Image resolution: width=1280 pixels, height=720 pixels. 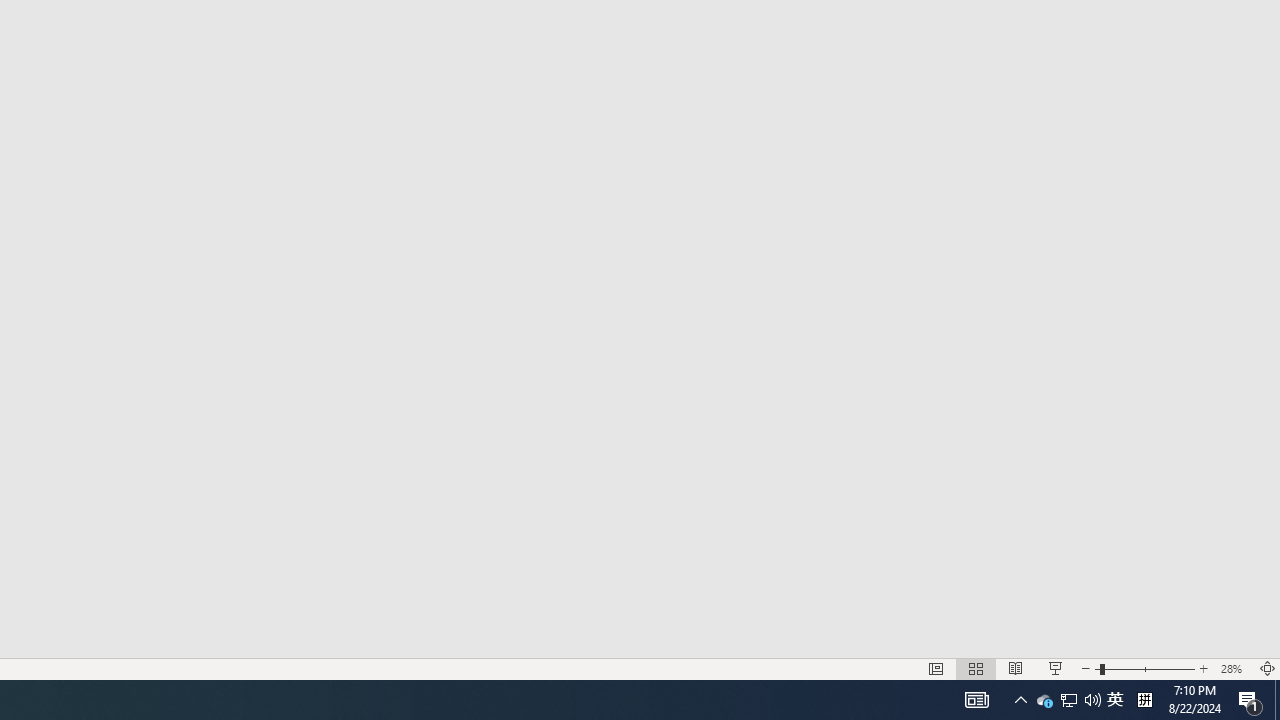 What do you see at coordinates (1233, 669) in the screenshot?
I see `'Zoom 28%'` at bounding box center [1233, 669].